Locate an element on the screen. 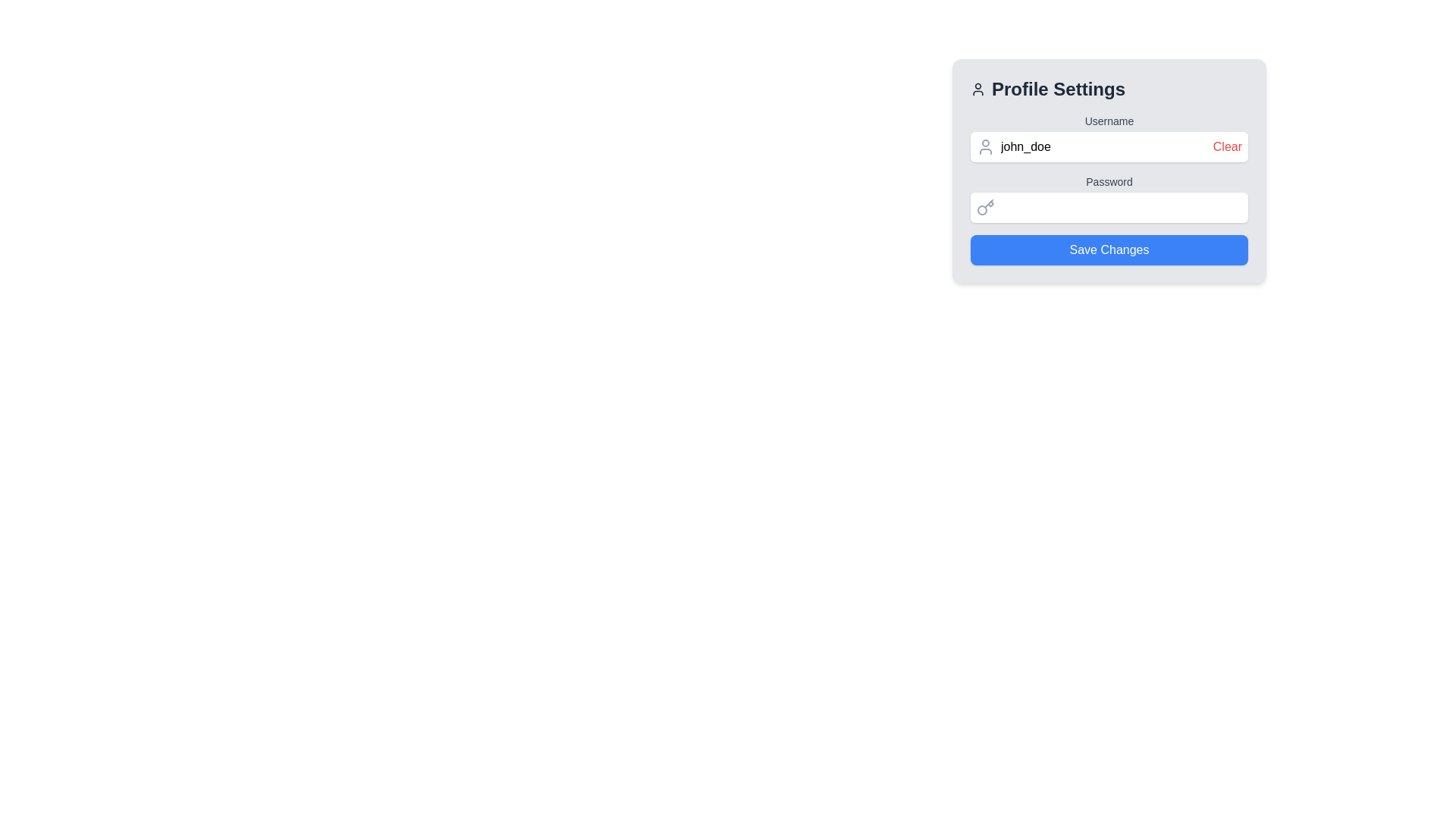 The height and width of the screenshot is (819, 1456). the Text Label at the top of the form card, which indicates the purpose of the fields and actions below is located at coordinates (1109, 89).